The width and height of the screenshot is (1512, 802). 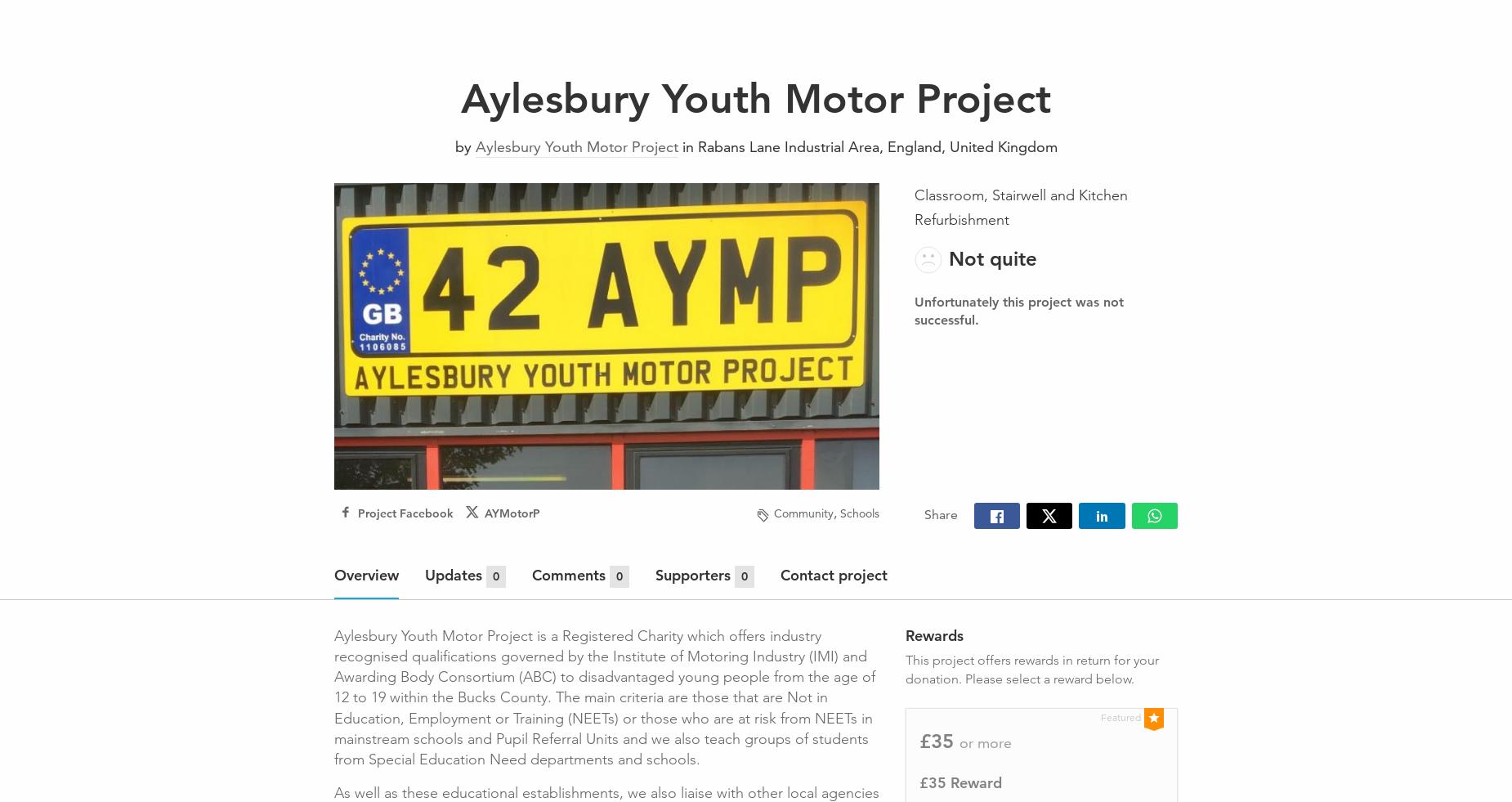 What do you see at coordinates (1120, 716) in the screenshot?
I see `'Featured'` at bounding box center [1120, 716].